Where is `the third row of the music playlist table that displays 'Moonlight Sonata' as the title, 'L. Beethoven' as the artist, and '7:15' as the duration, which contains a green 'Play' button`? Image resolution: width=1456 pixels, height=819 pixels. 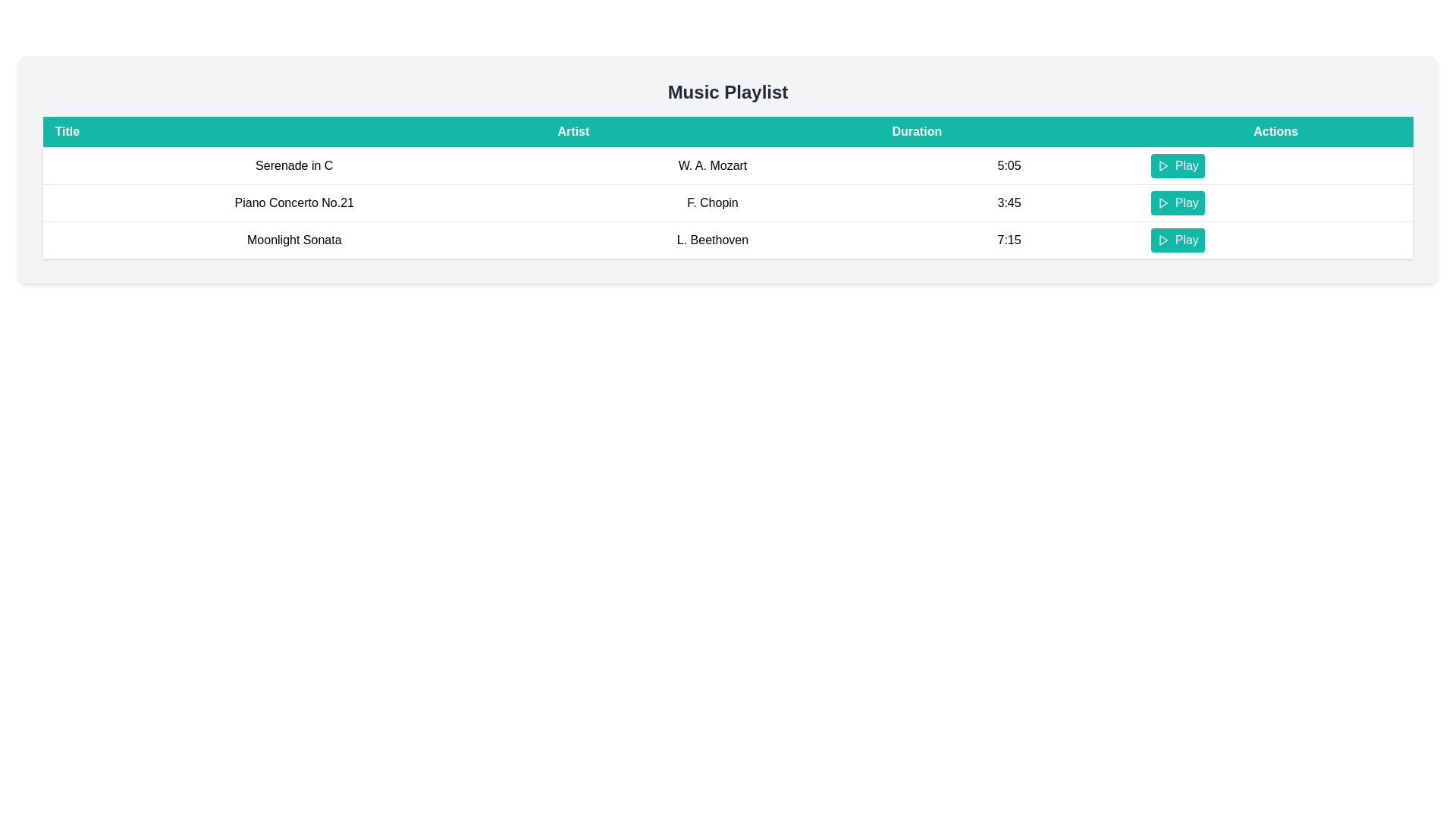
the third row of the music playlist table that displays 'Moonlight Sonata' as the title, 'L. Beethoven' as the artist, and '7:15' as the duration, which contains a green 'Play' button is located at coordinates (728, 239).